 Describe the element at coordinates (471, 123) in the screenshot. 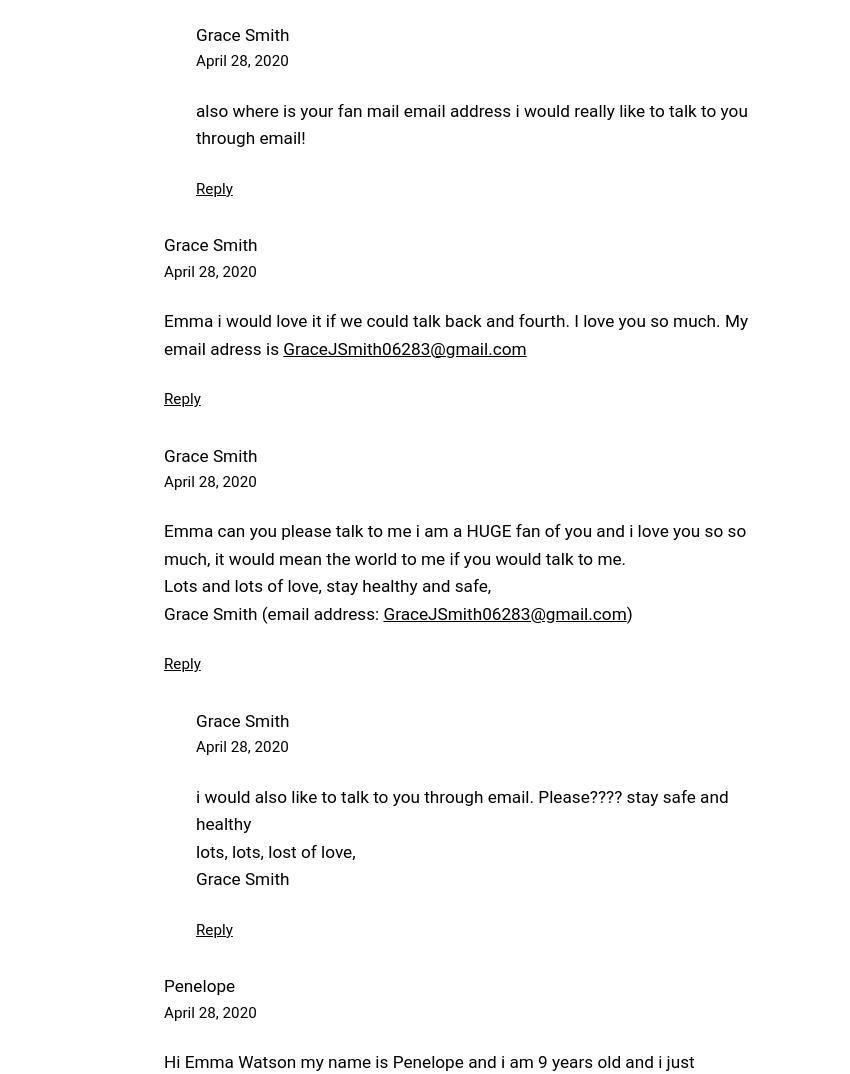

I see `'also where is your fan mail email address i would really like to talk to you through email!'` at that location.